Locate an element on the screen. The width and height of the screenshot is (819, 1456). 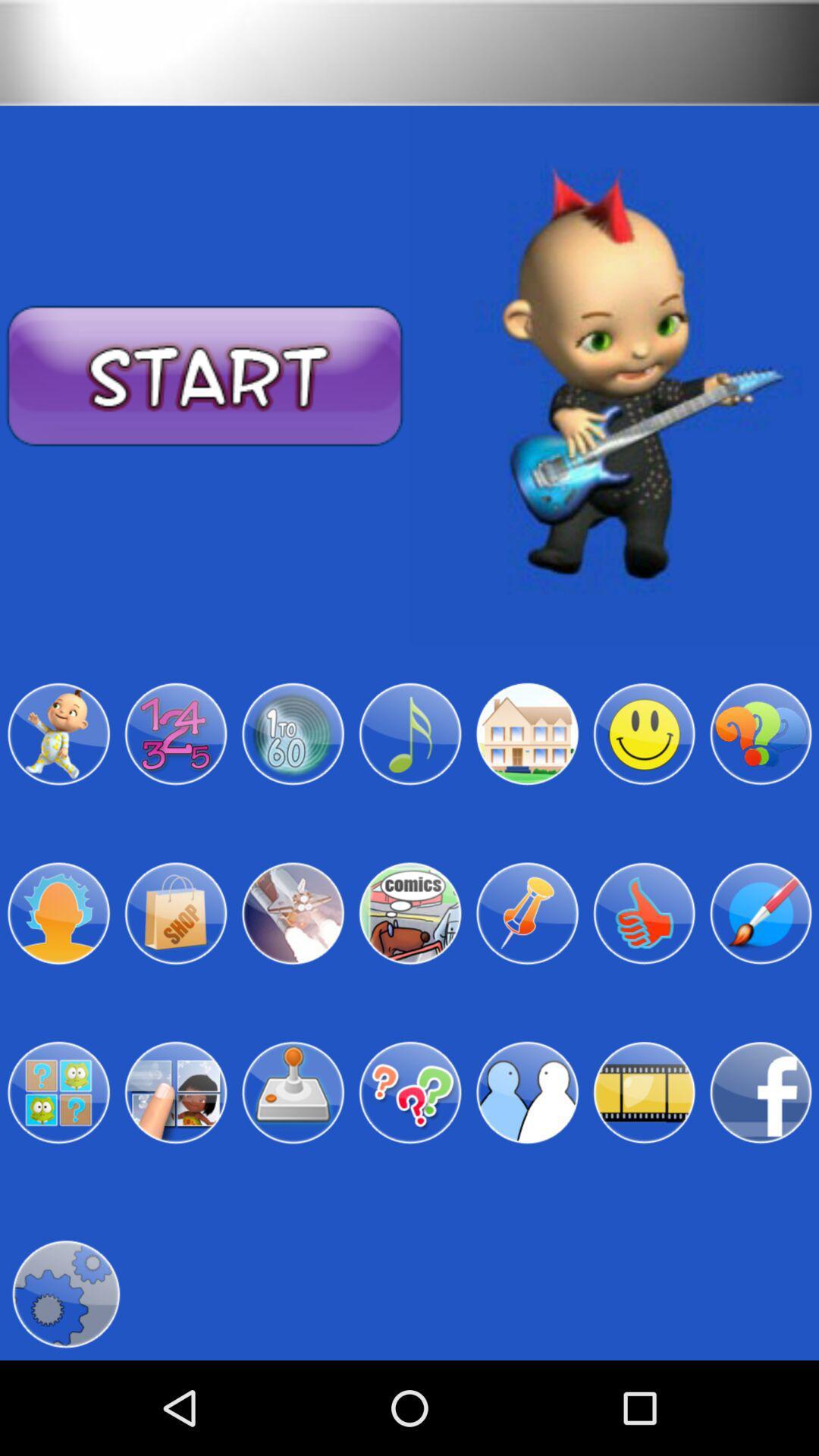
open app is located at coordinates (293, 912).